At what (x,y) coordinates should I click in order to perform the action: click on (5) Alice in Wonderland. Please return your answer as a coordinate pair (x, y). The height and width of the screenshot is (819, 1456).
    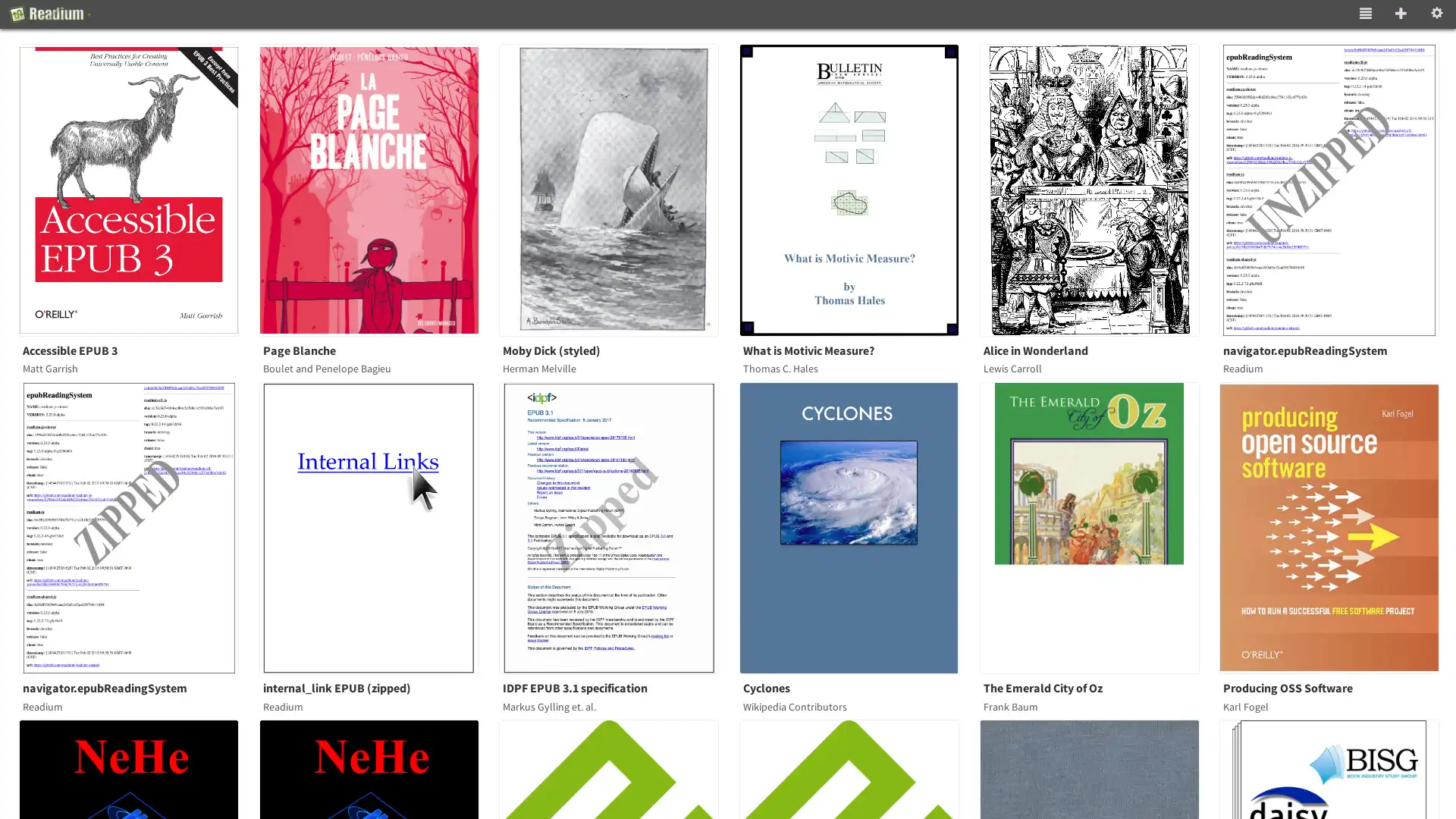
    Looking at the image, I should click on (1098, 189).